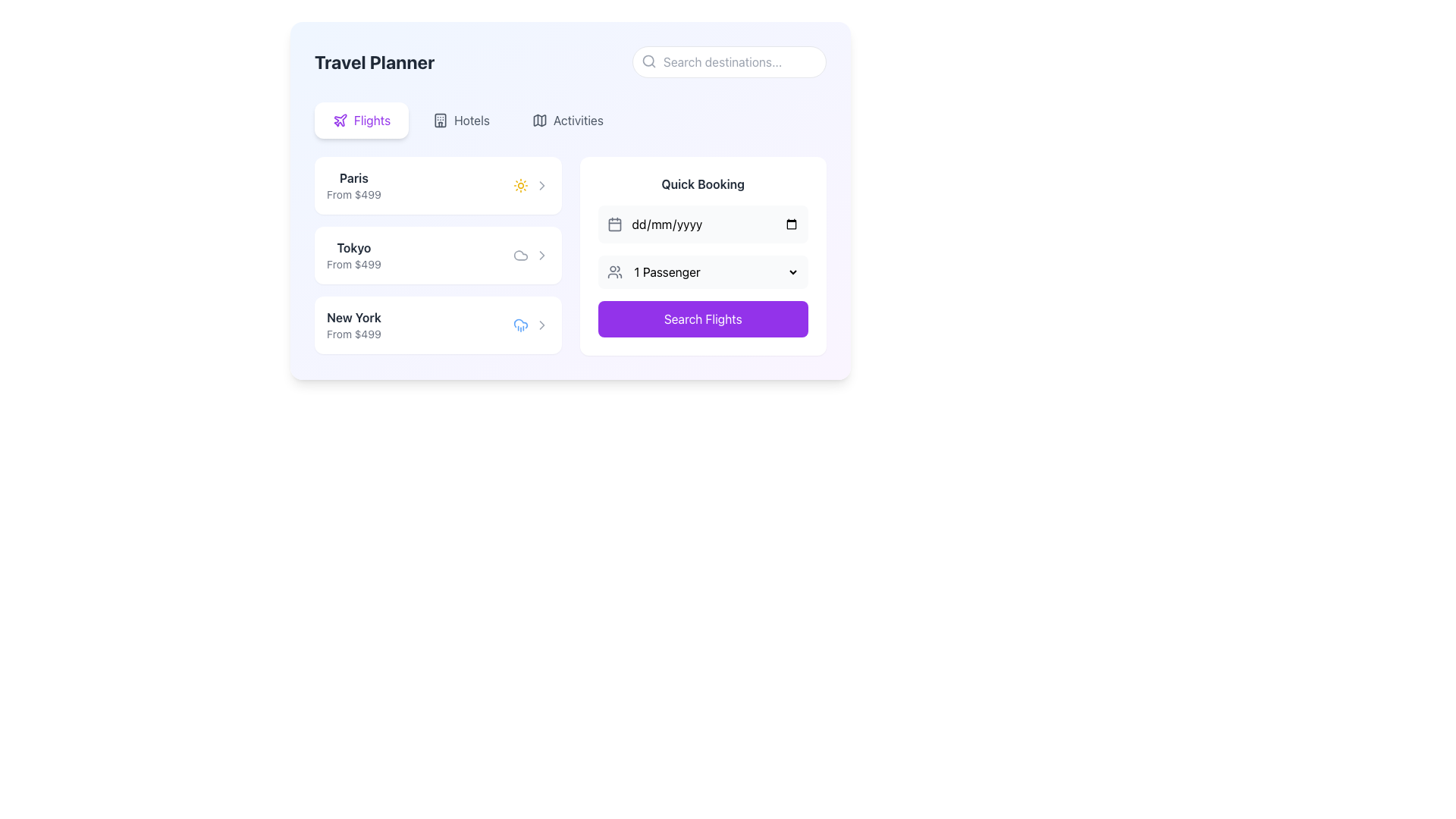 This screenshot has width=1456, height=819. What do you see at coordinates (541, 254) in the screenshot?
I see `the chevron icon representing navigation for the 'Tokyo' destination` at bounding box center [541, 254].